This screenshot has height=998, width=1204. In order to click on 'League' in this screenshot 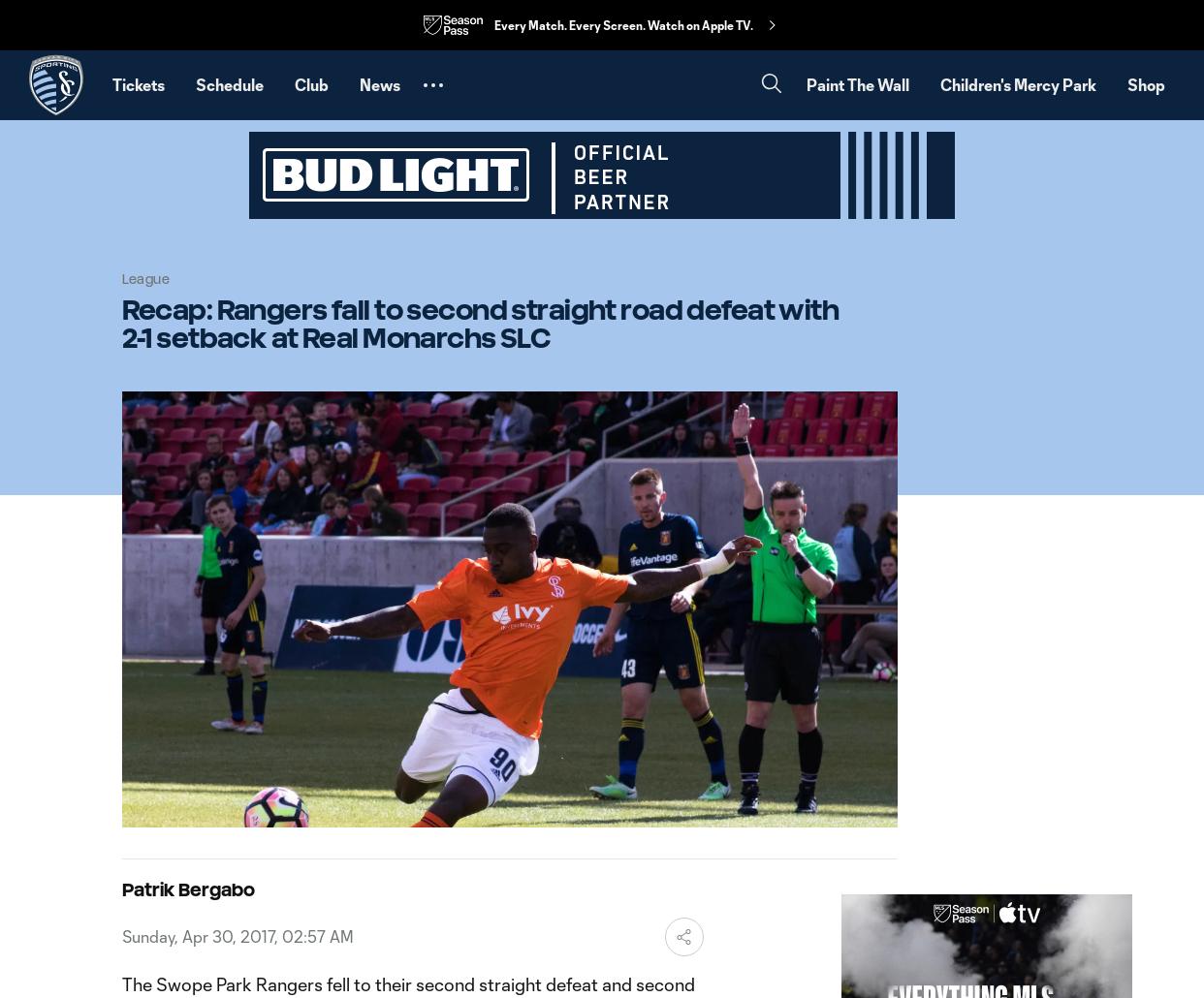, I will do `click(144, 277)`.